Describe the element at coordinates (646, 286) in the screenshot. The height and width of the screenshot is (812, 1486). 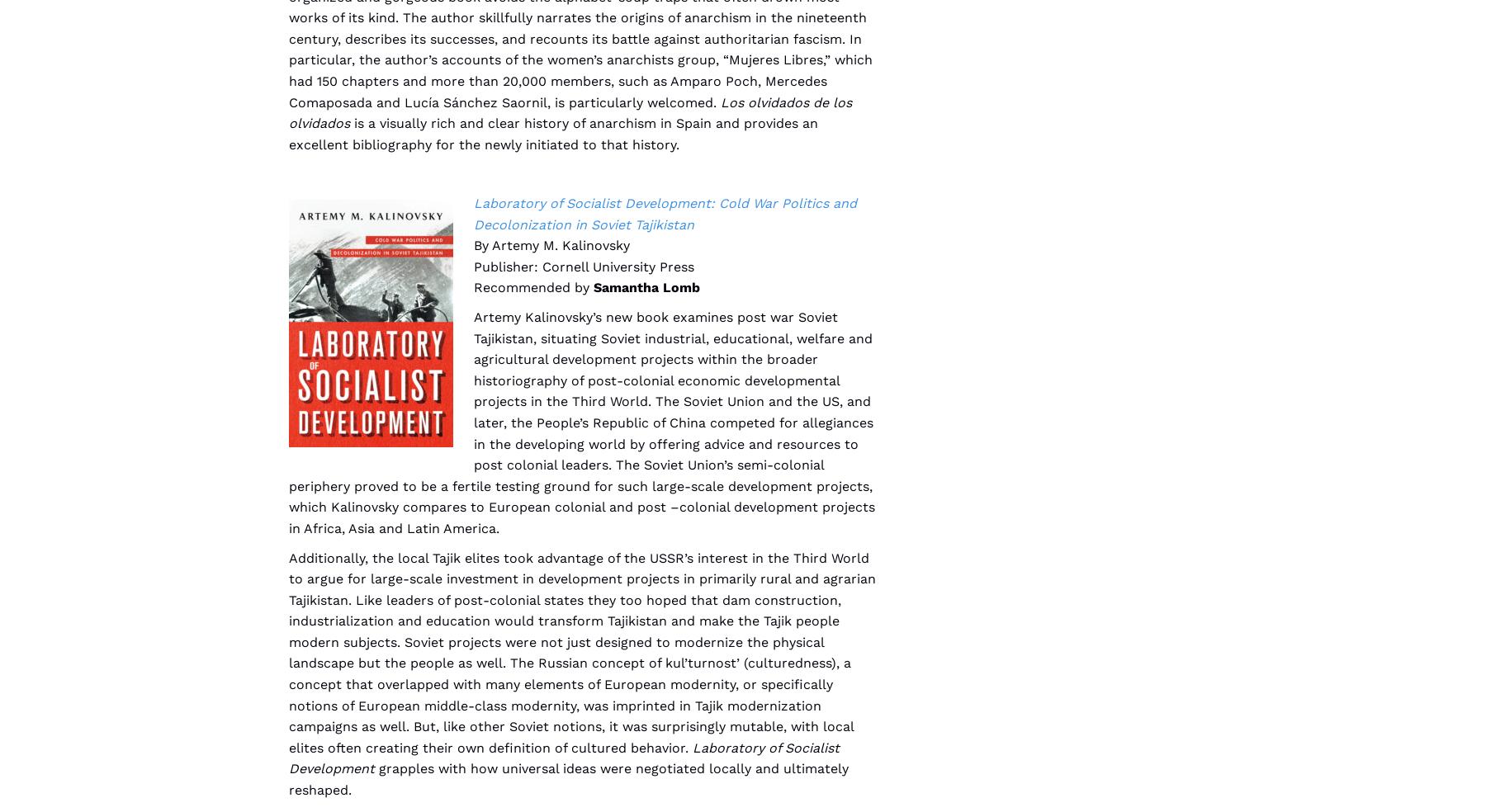
I see `'Samantha Lomb'` at that location.